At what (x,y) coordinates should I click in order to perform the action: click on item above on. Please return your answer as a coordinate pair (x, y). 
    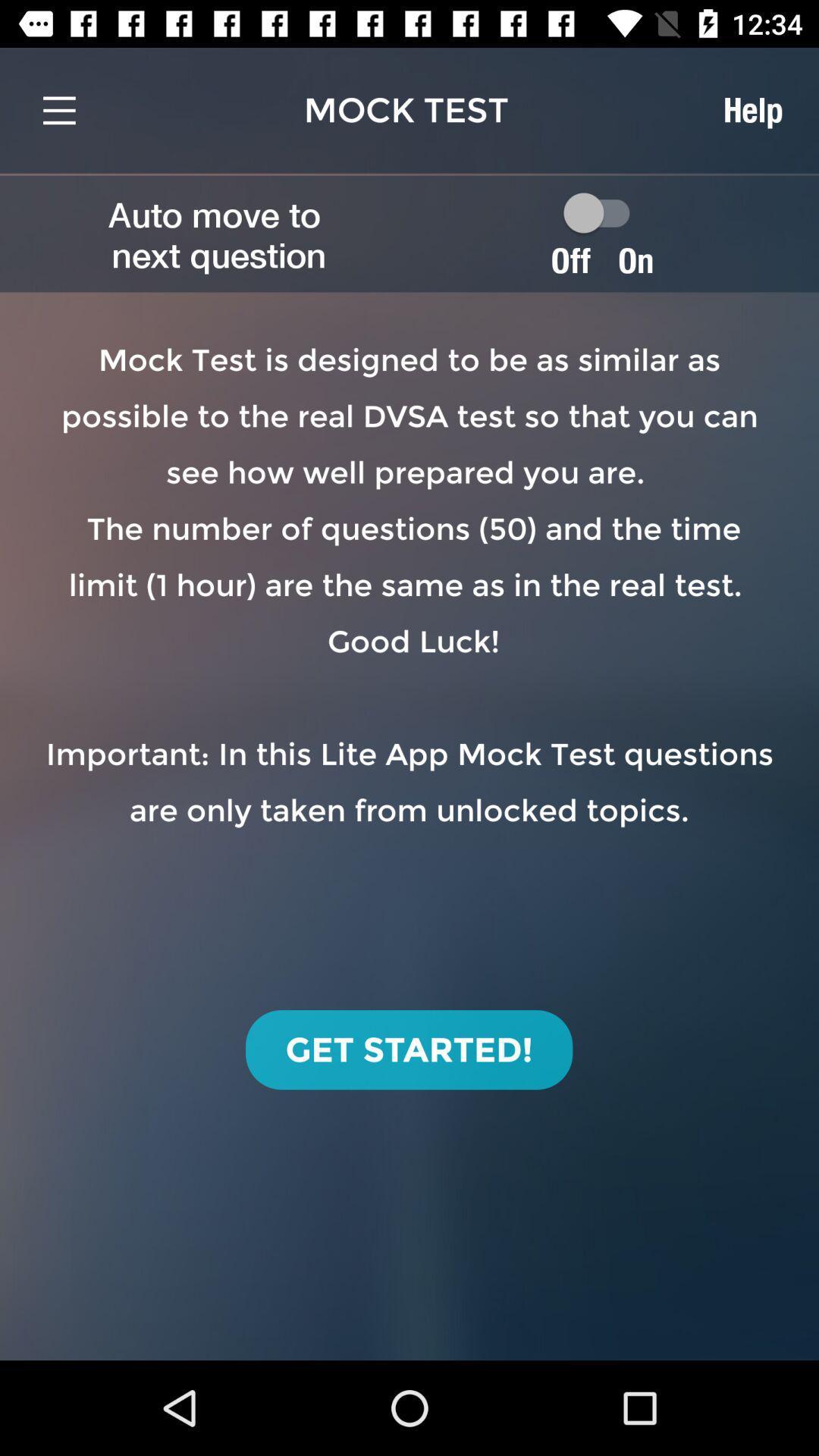
    Looking at the image, I should click on (752, 109).